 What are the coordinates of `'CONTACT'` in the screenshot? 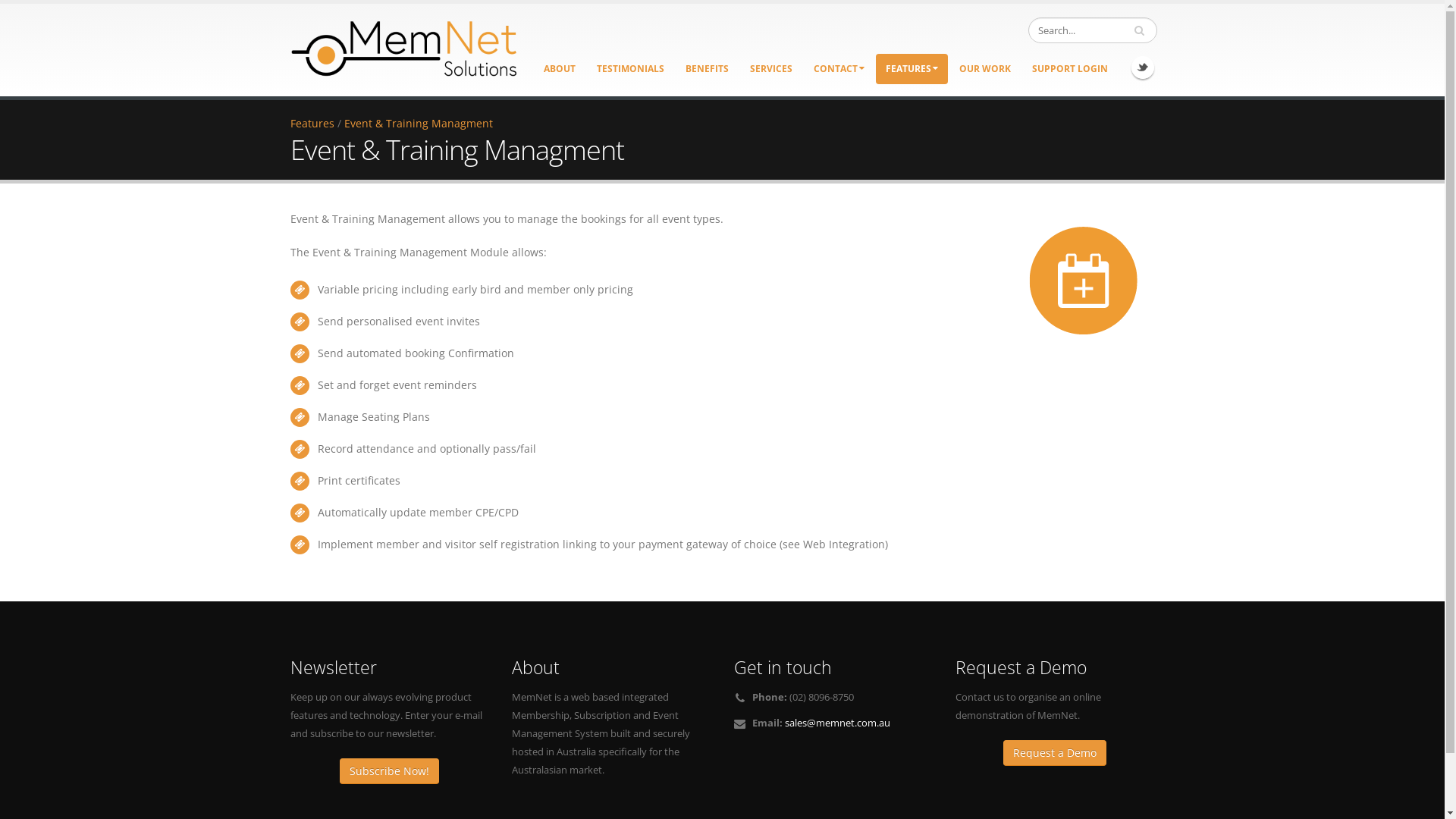 It's located at (838, 69).